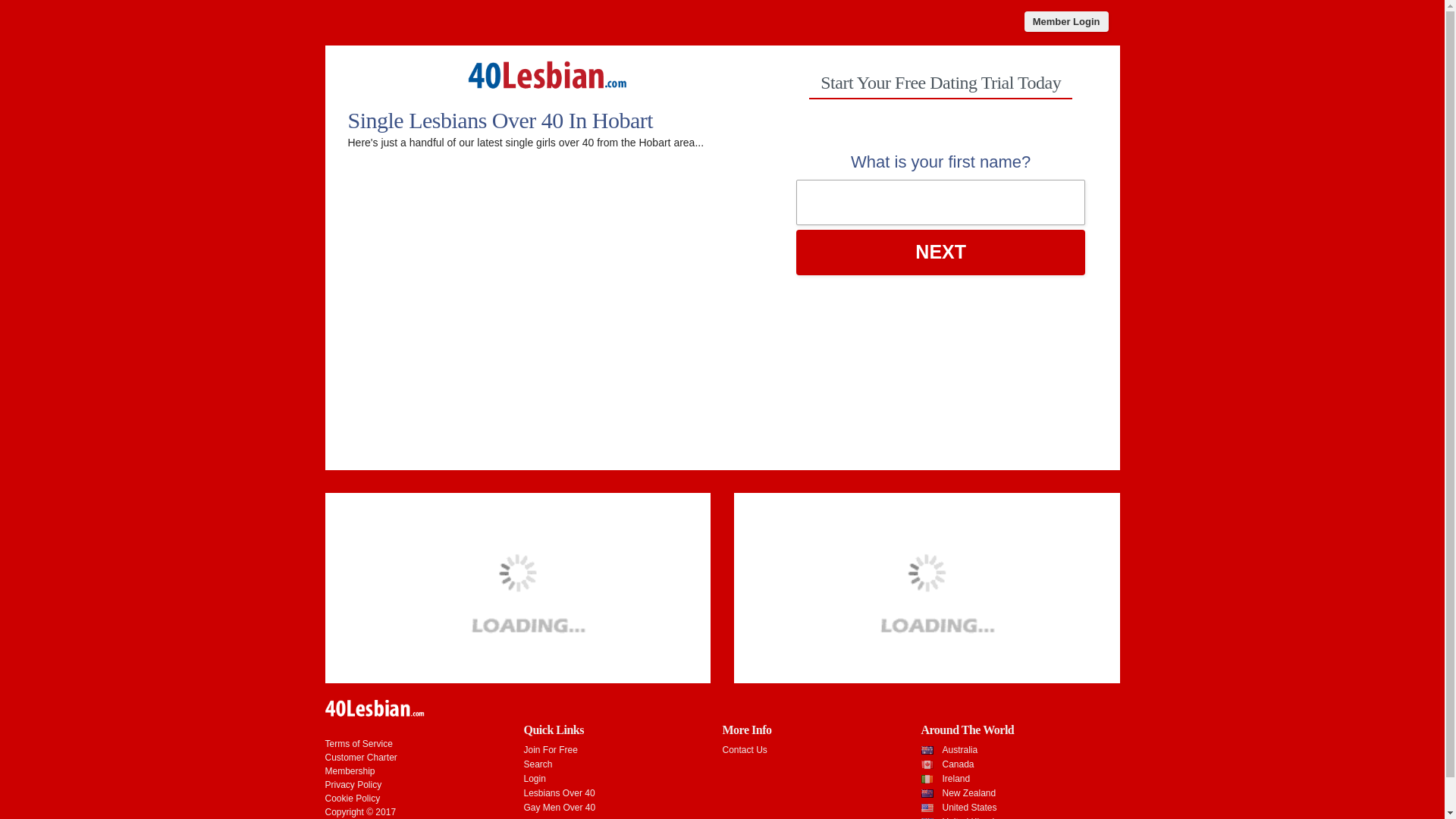  Describe the element at coordinates (968, 806) in the screenshot. I see `'United States'` at that location.